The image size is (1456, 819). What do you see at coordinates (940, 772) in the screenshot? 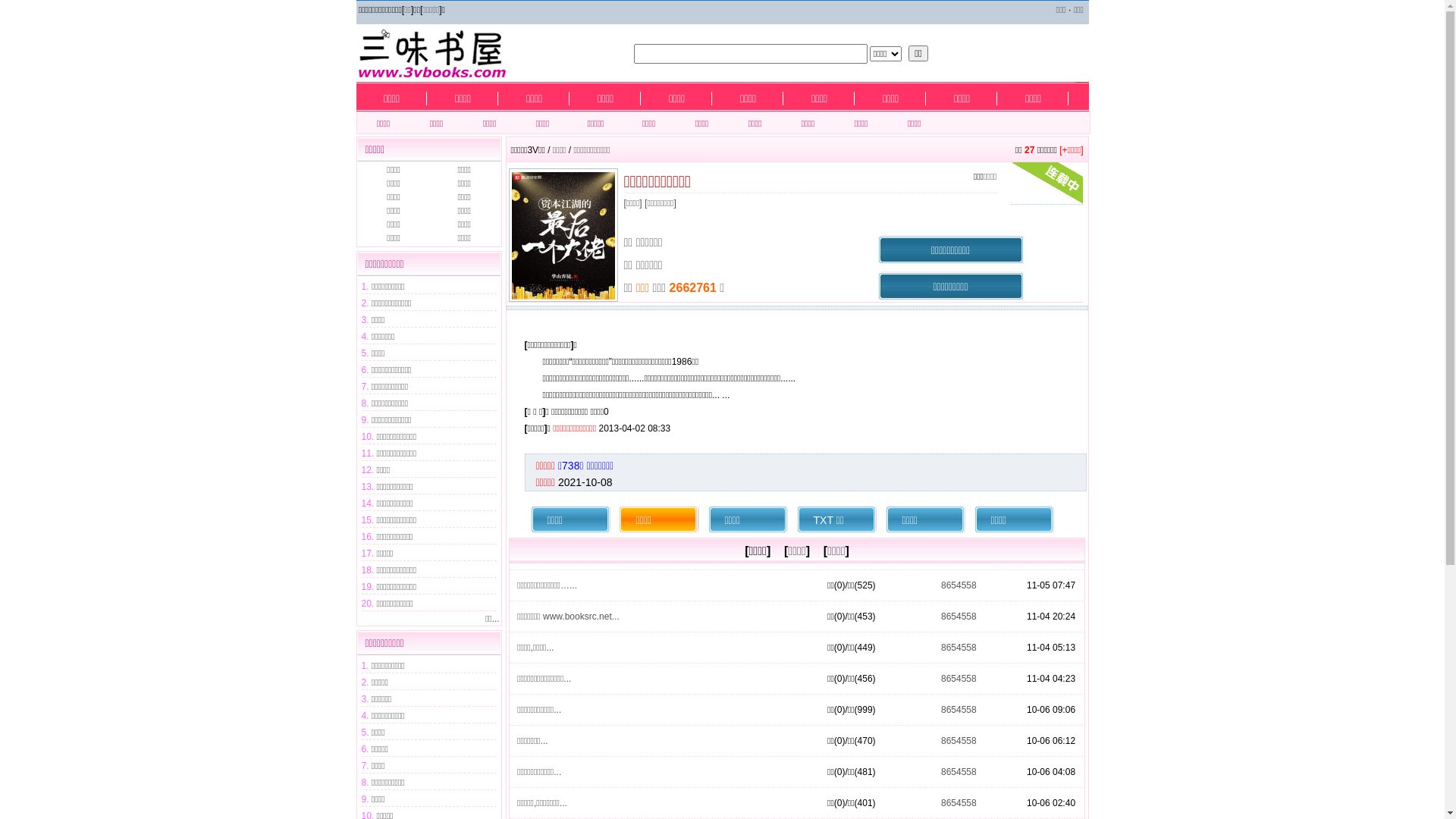
I see `'8654558'` at bounding box center [940, 772].